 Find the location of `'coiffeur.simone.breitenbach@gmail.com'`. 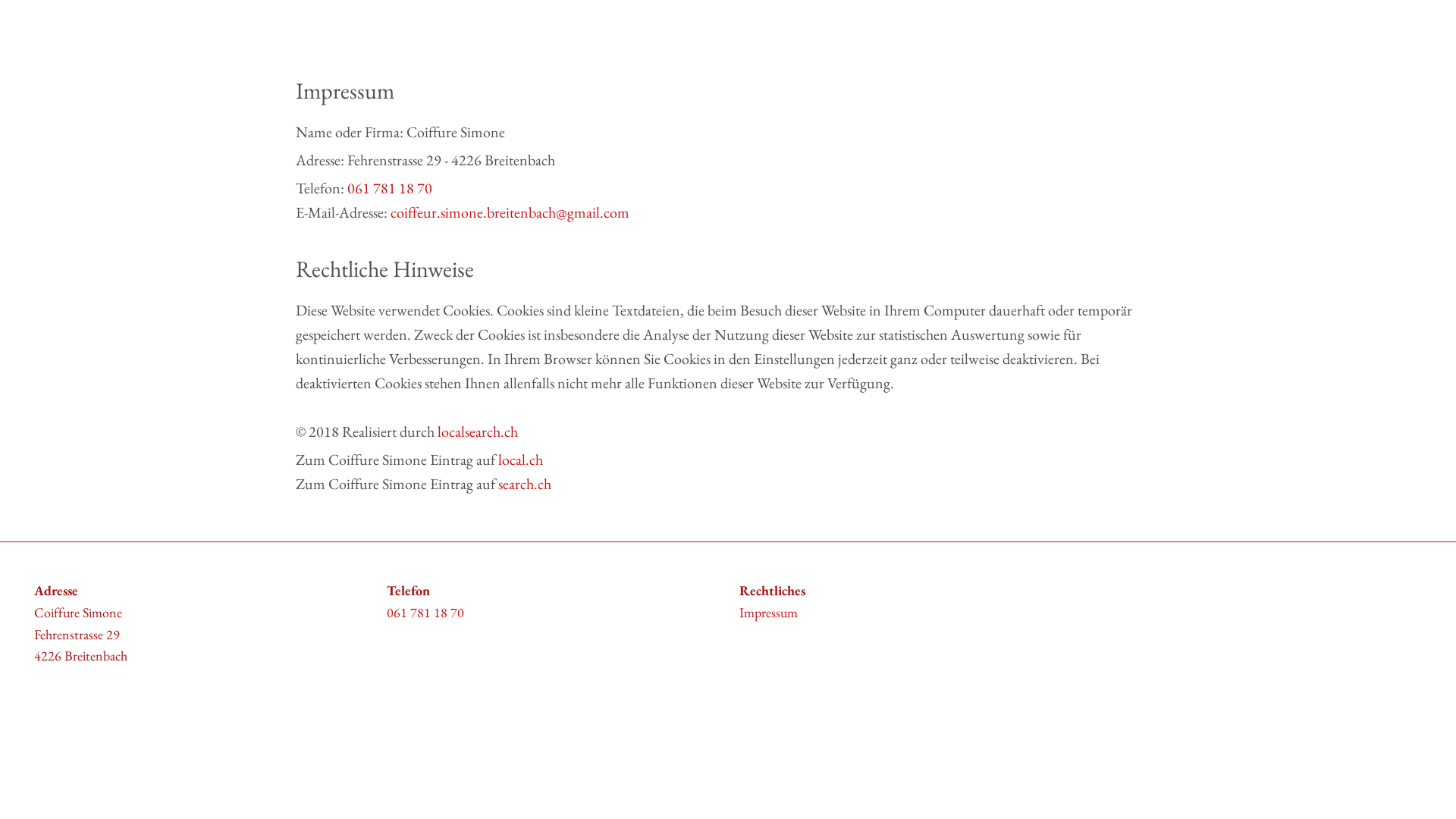

'coiffeur.simone.breitenbach@gmail.com' is located at coordinates (510, 212).